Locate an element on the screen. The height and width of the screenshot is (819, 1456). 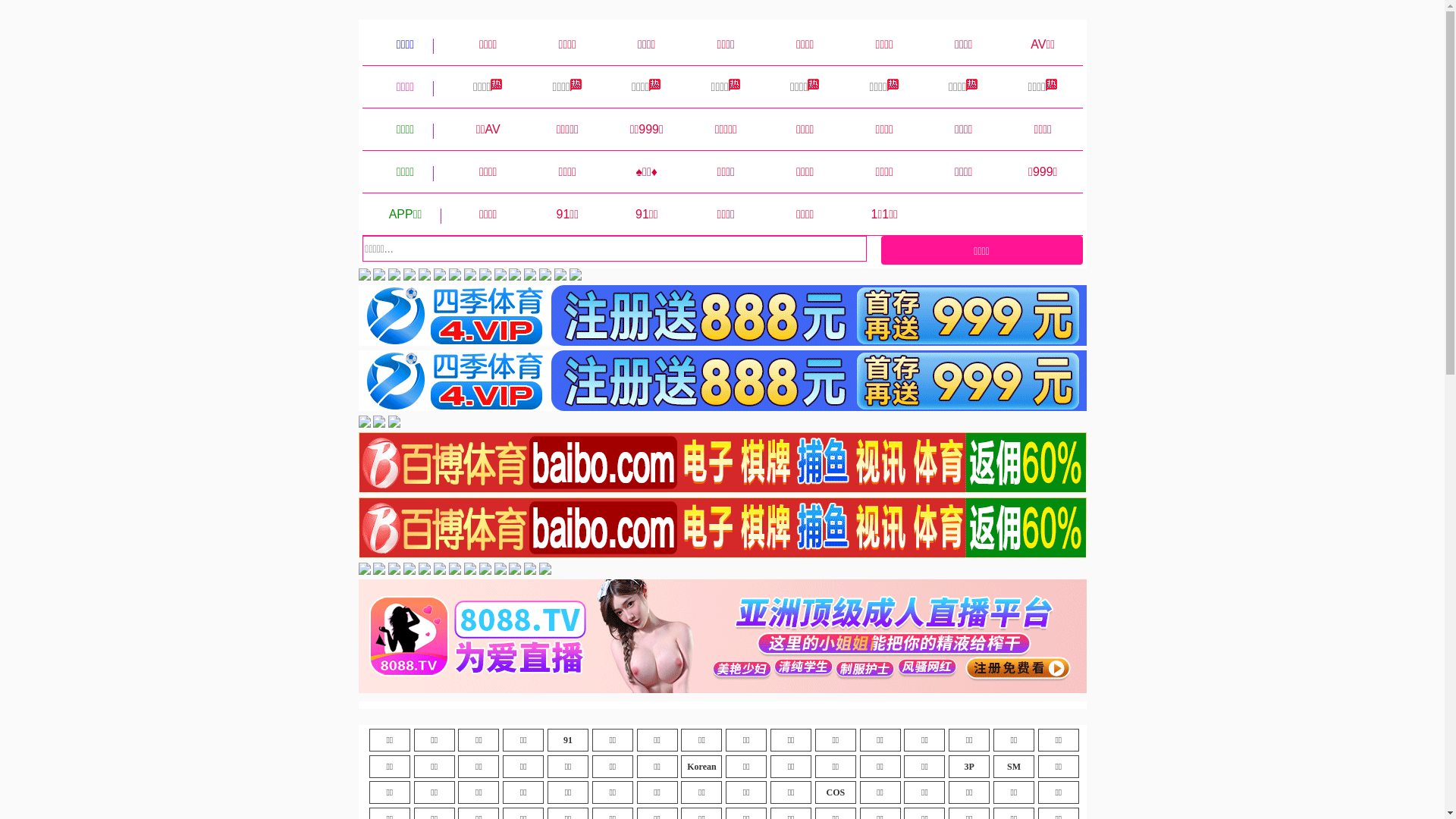
'Korean' is located at coordinates (701, 766).